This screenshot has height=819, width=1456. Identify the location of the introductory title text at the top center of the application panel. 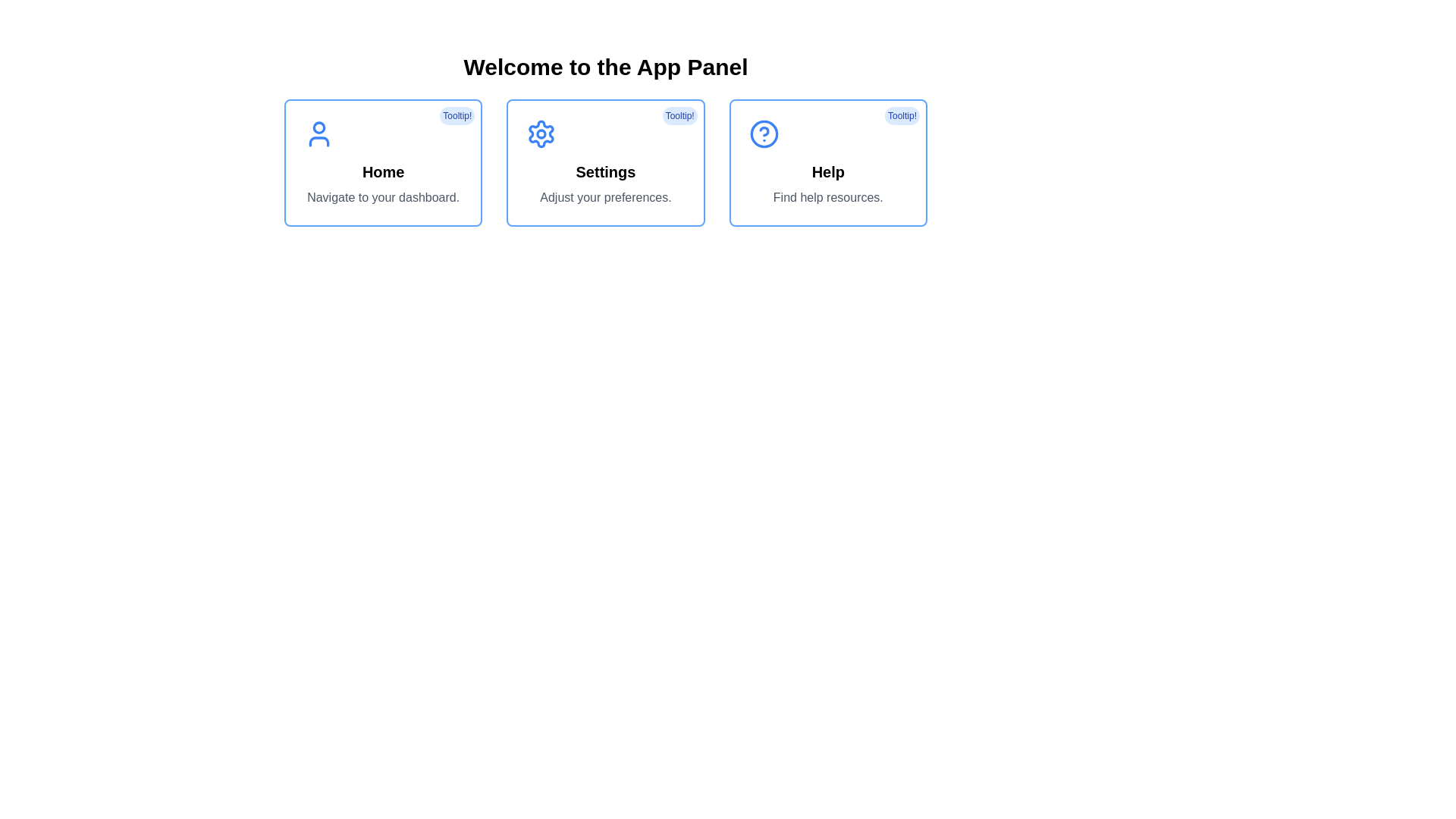
(604, 66).